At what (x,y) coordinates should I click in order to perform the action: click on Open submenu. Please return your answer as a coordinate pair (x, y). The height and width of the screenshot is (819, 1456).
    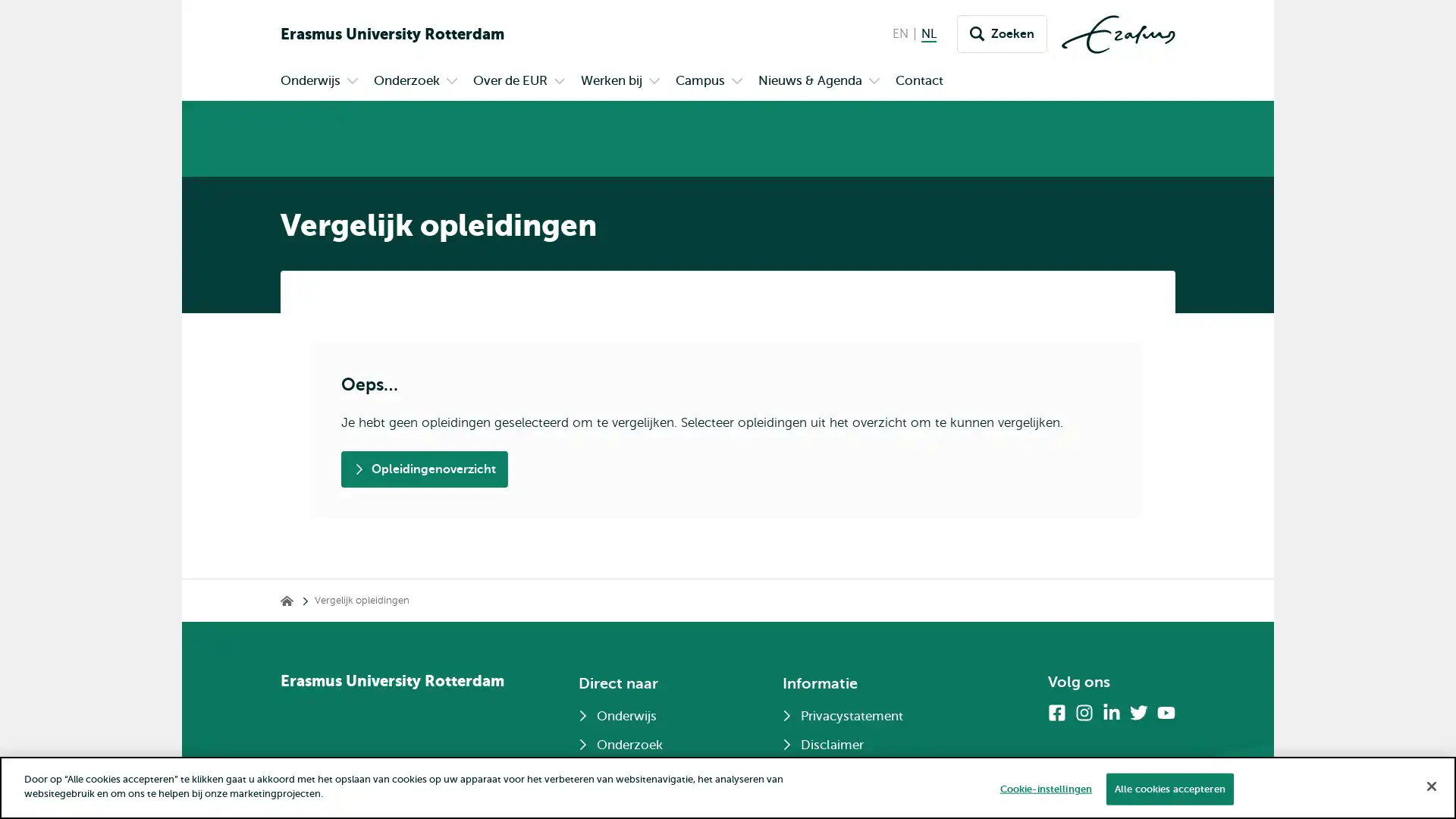
    Looking at the image, I should click on (736, 82).